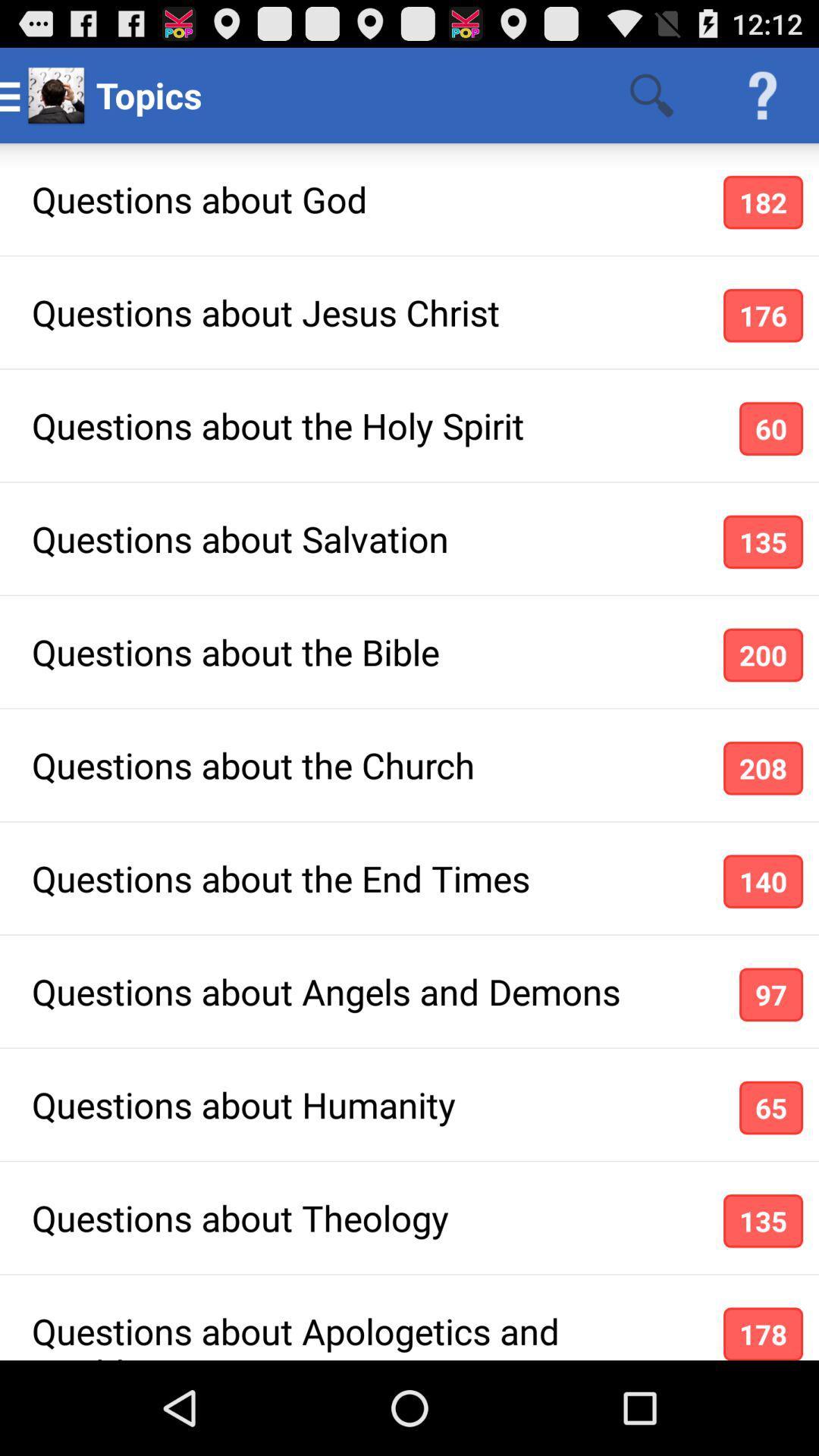 This screenshot has height=1456, width=819. Describe the element at coordinates (763, 768) in the screenshot. I see `the 208 item` at that location.